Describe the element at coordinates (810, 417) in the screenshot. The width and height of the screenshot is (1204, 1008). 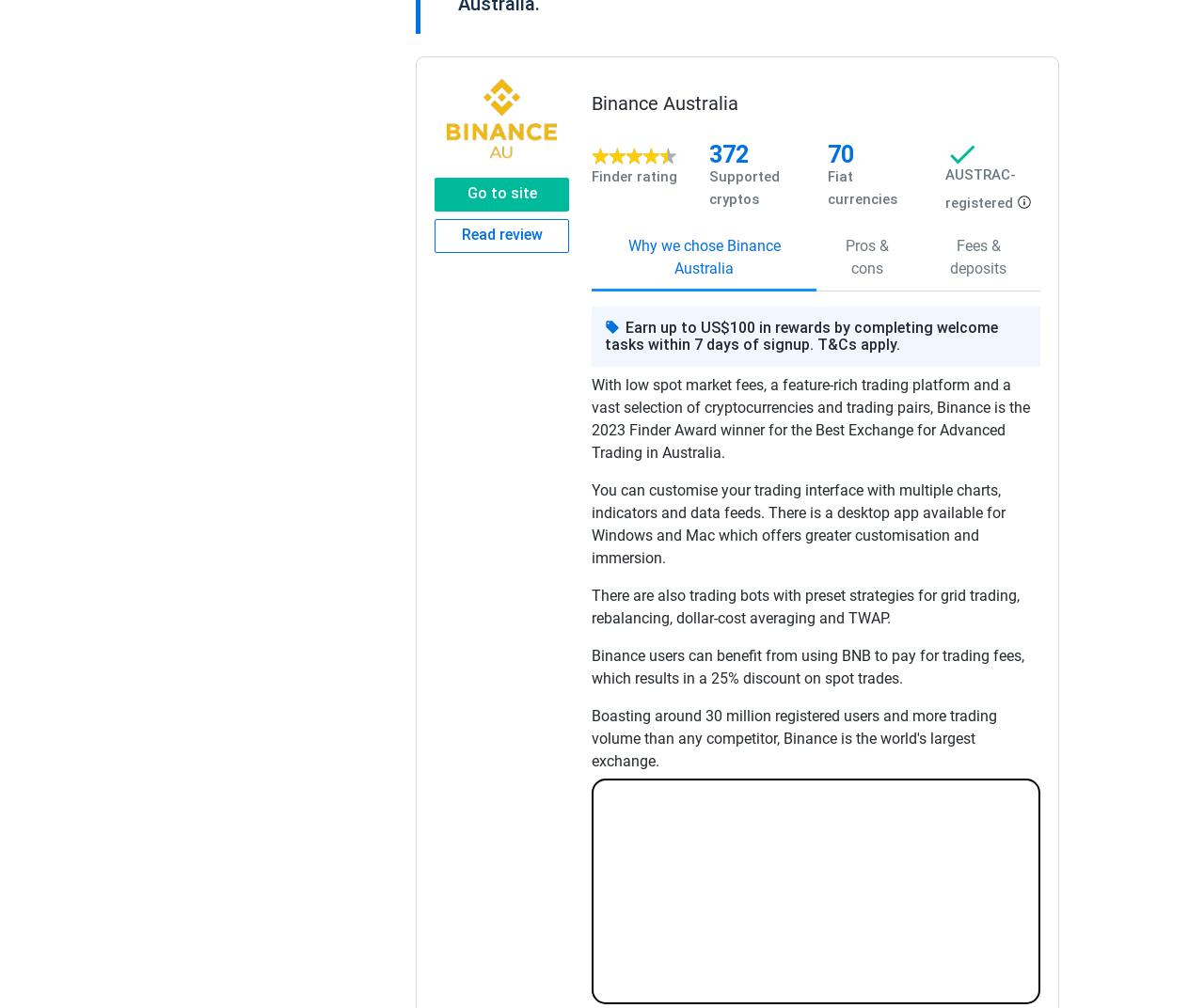
I see `'With low spot market fees, a feature-rich trading platform and a vast selection of cryptocurrencies and trading pairs, Binance is the 2023 Finder Award winner for the Best Exchange for Advanced Trading in Australia.'` at that location.